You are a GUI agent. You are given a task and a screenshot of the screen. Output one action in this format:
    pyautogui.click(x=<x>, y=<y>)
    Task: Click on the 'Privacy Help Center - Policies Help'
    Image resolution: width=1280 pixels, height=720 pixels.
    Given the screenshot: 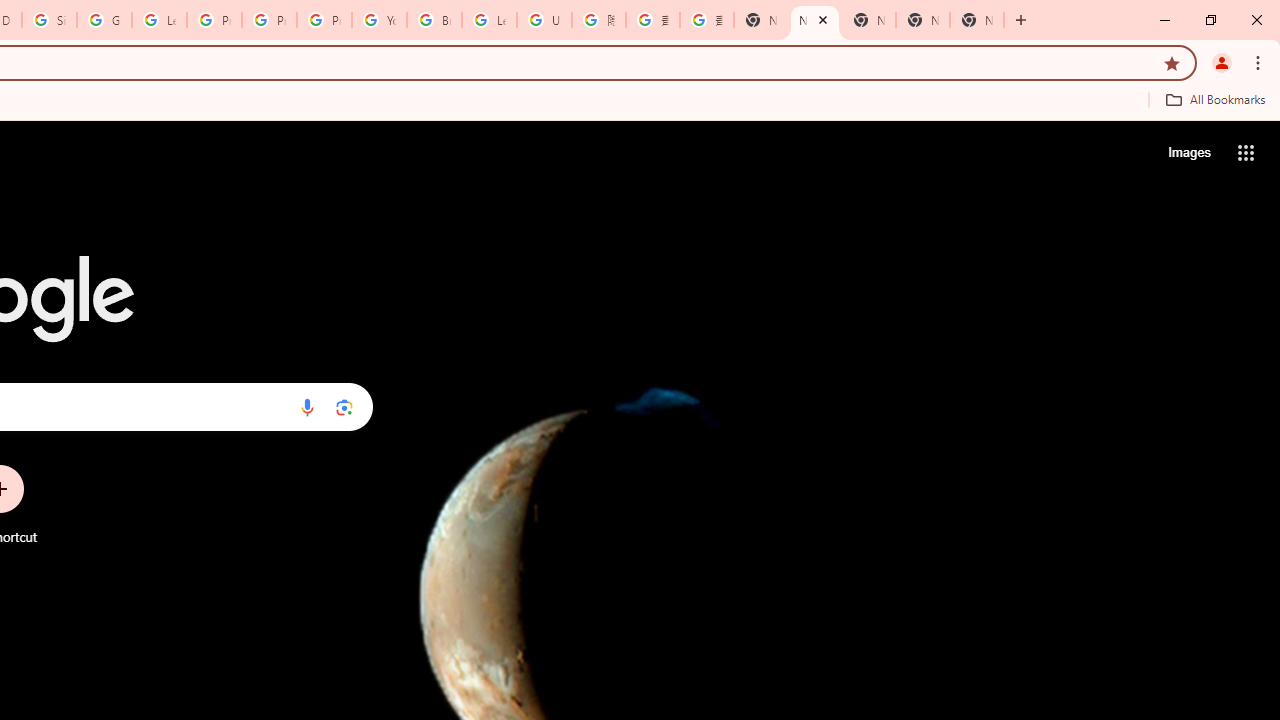 What is the action you would take?
    pyautogui.click(x=214, y=20)
    